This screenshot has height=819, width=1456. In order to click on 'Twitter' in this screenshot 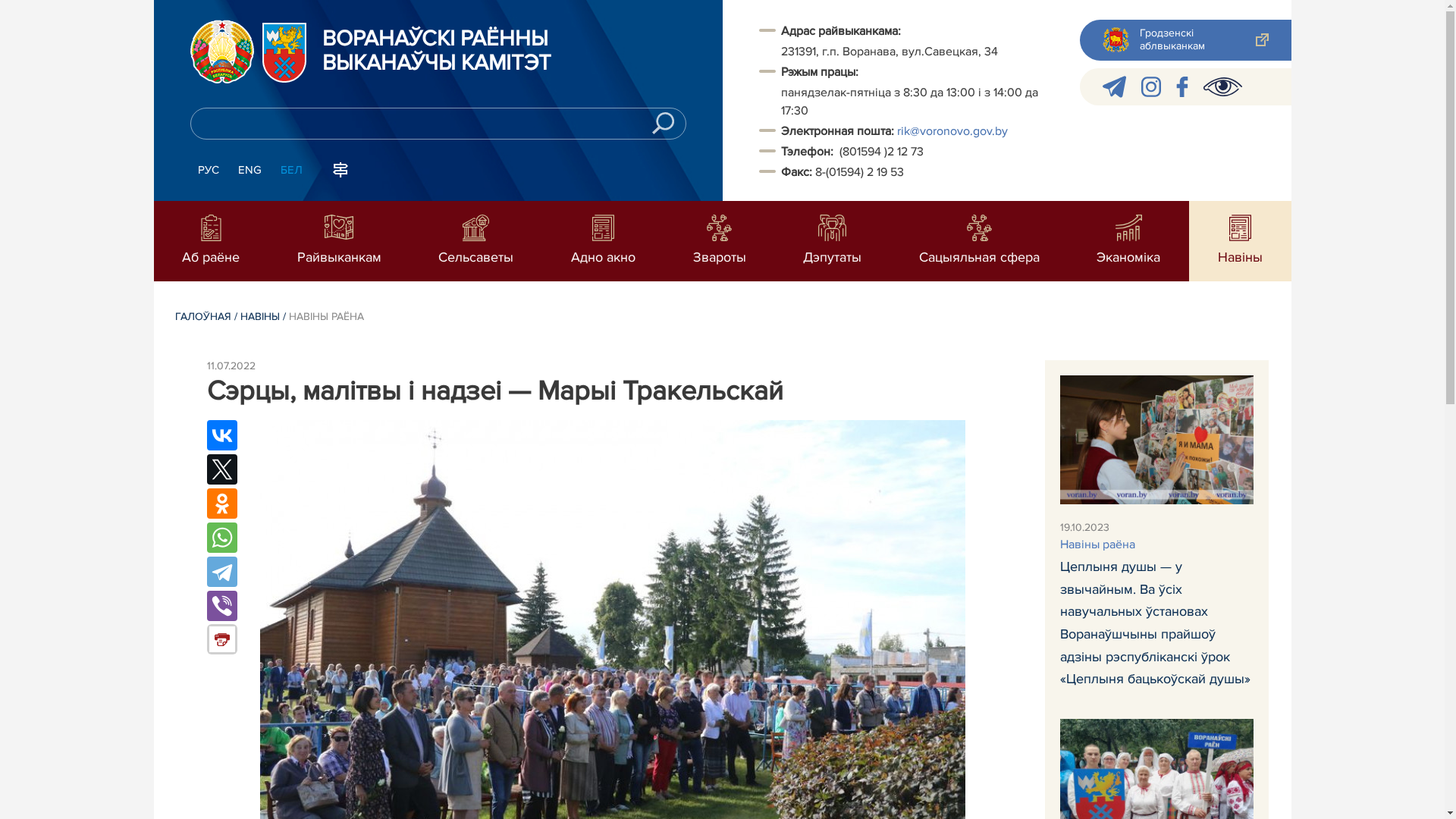, I will do `click(221, 468)`.